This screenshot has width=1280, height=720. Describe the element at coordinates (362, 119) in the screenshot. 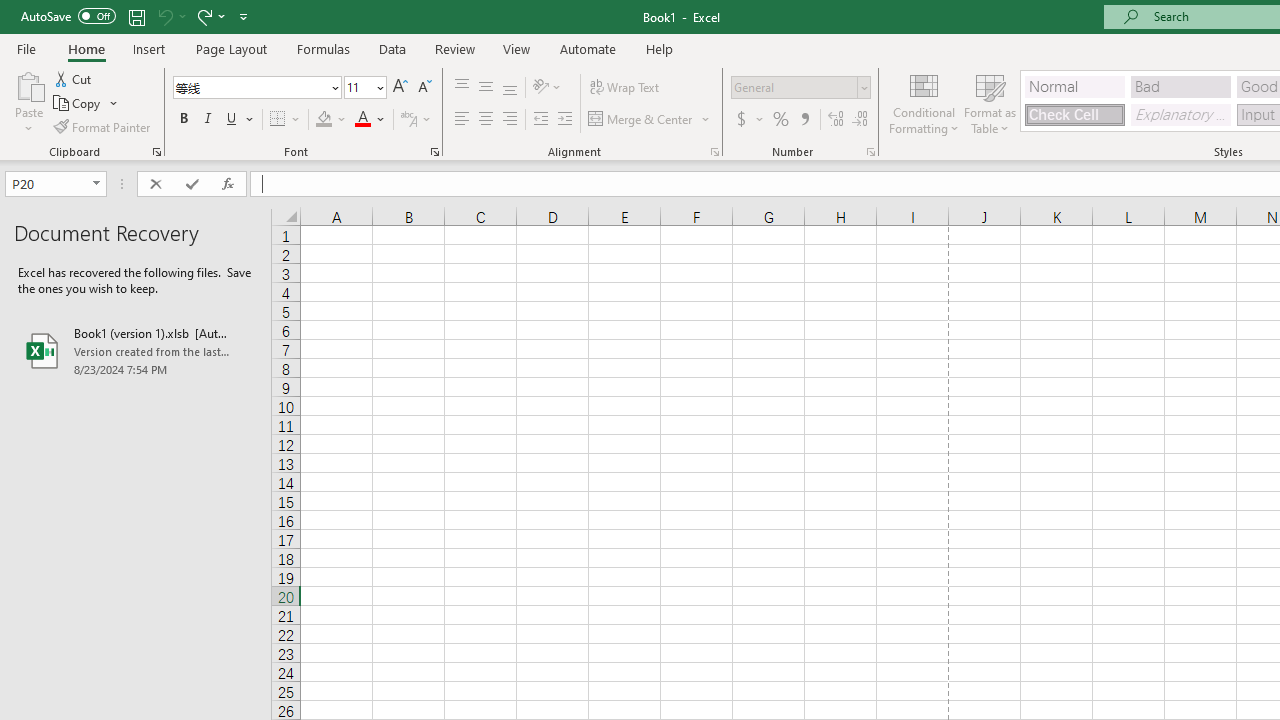

I see `'Font Color RGB(255, 0, 0)'` at that location.